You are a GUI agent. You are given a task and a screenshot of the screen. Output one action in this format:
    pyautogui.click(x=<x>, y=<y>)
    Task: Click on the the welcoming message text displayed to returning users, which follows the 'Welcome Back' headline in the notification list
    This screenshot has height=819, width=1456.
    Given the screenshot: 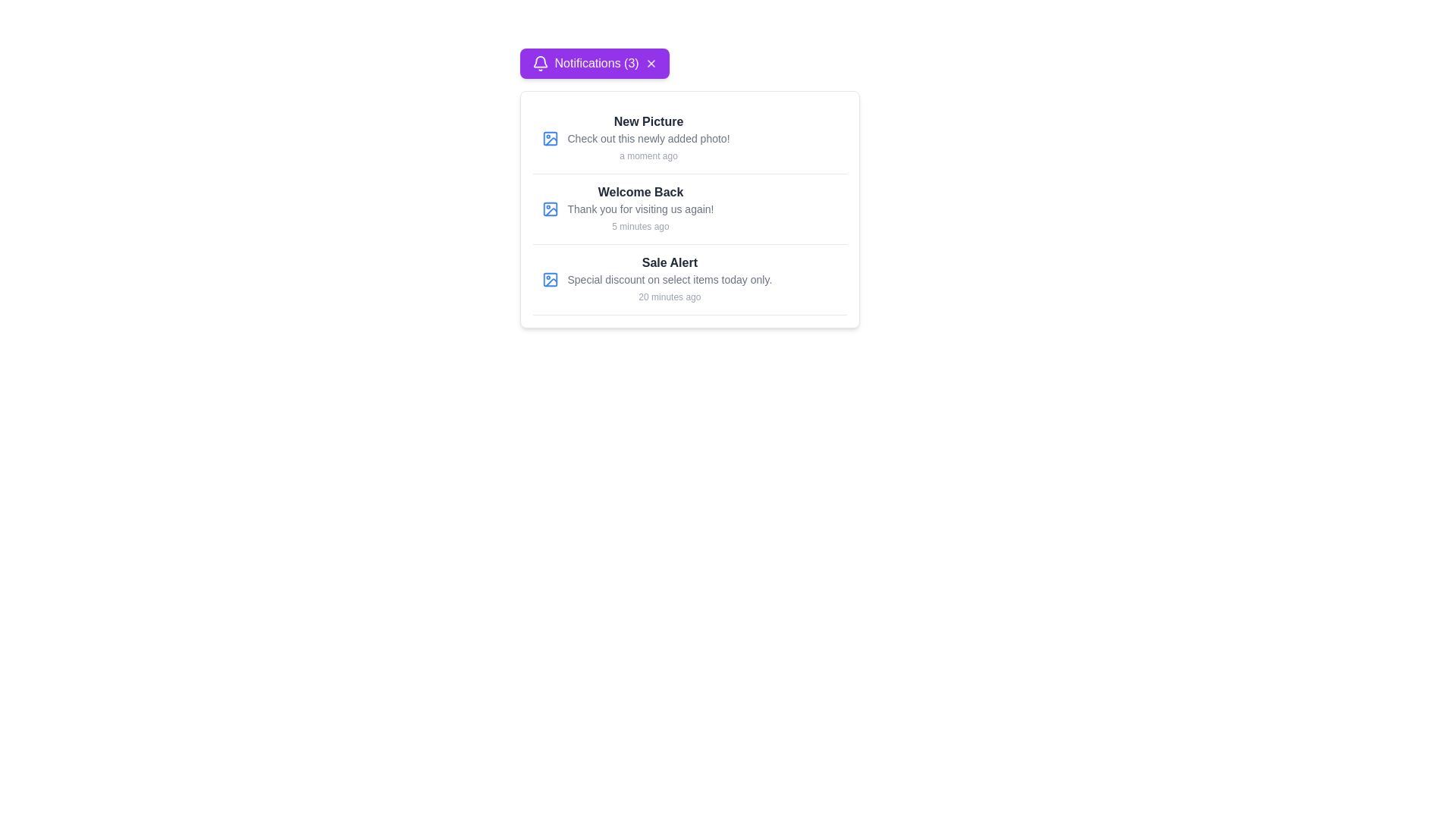 What is the action you would take?
    pyautogui.click(x=640, y=209)
    